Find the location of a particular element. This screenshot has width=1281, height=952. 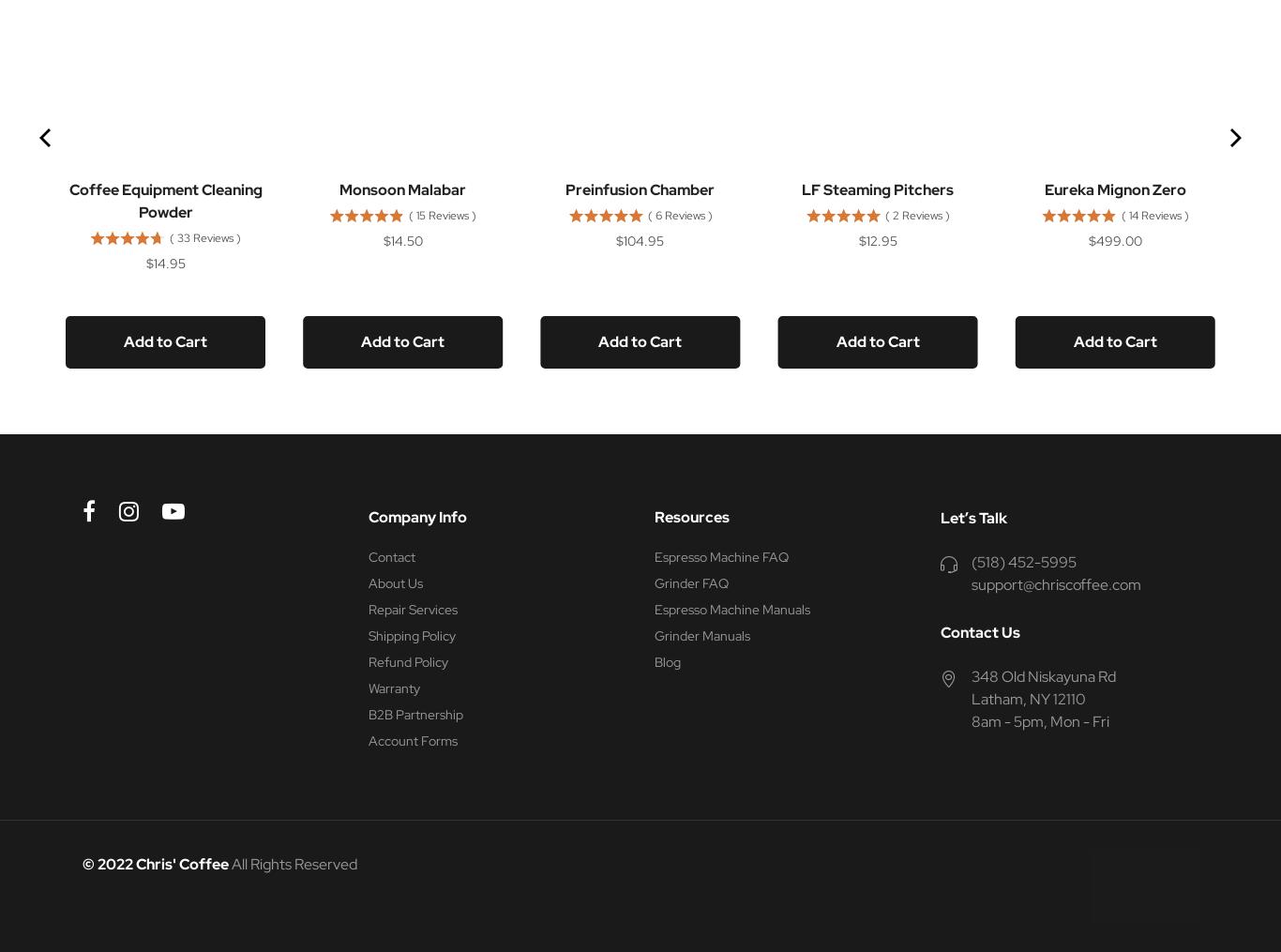

'Latham, NY 12110' is located at coordinates (1028, 698).